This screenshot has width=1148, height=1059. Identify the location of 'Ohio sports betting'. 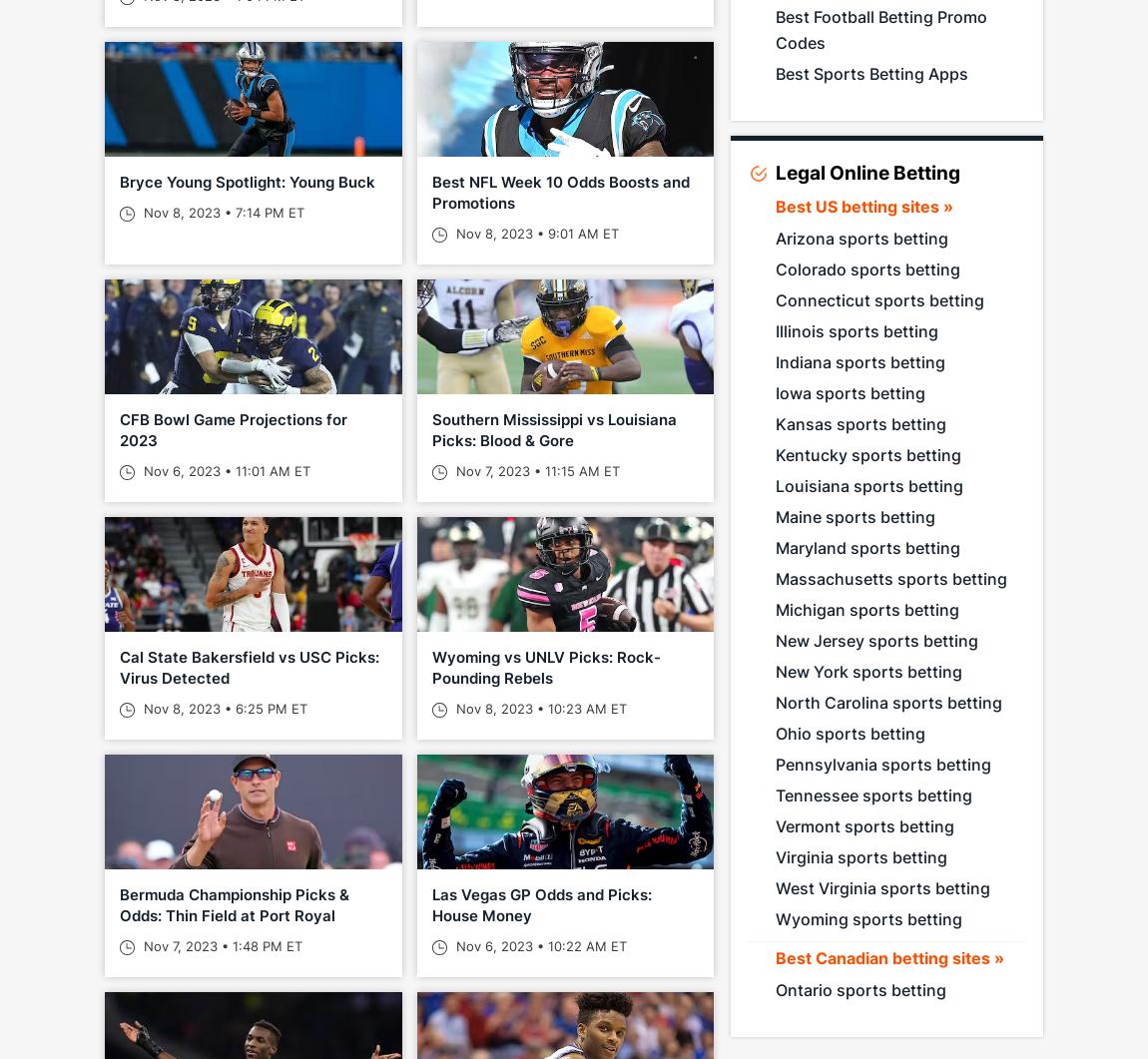
(849, 733).